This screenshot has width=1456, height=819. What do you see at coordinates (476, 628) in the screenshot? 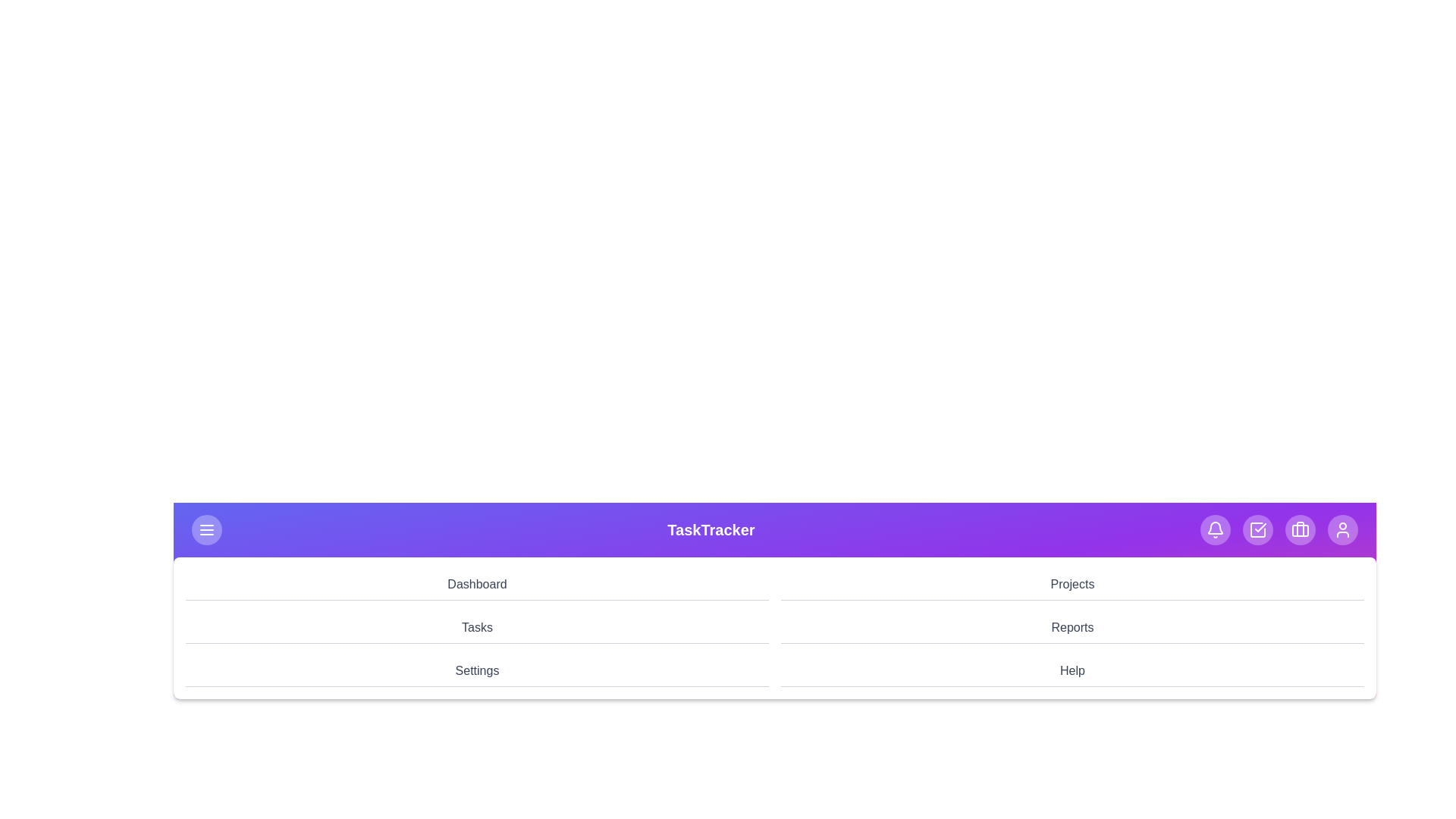
I see `the navigation menu item Tasks` at bounding box center [476, 628].